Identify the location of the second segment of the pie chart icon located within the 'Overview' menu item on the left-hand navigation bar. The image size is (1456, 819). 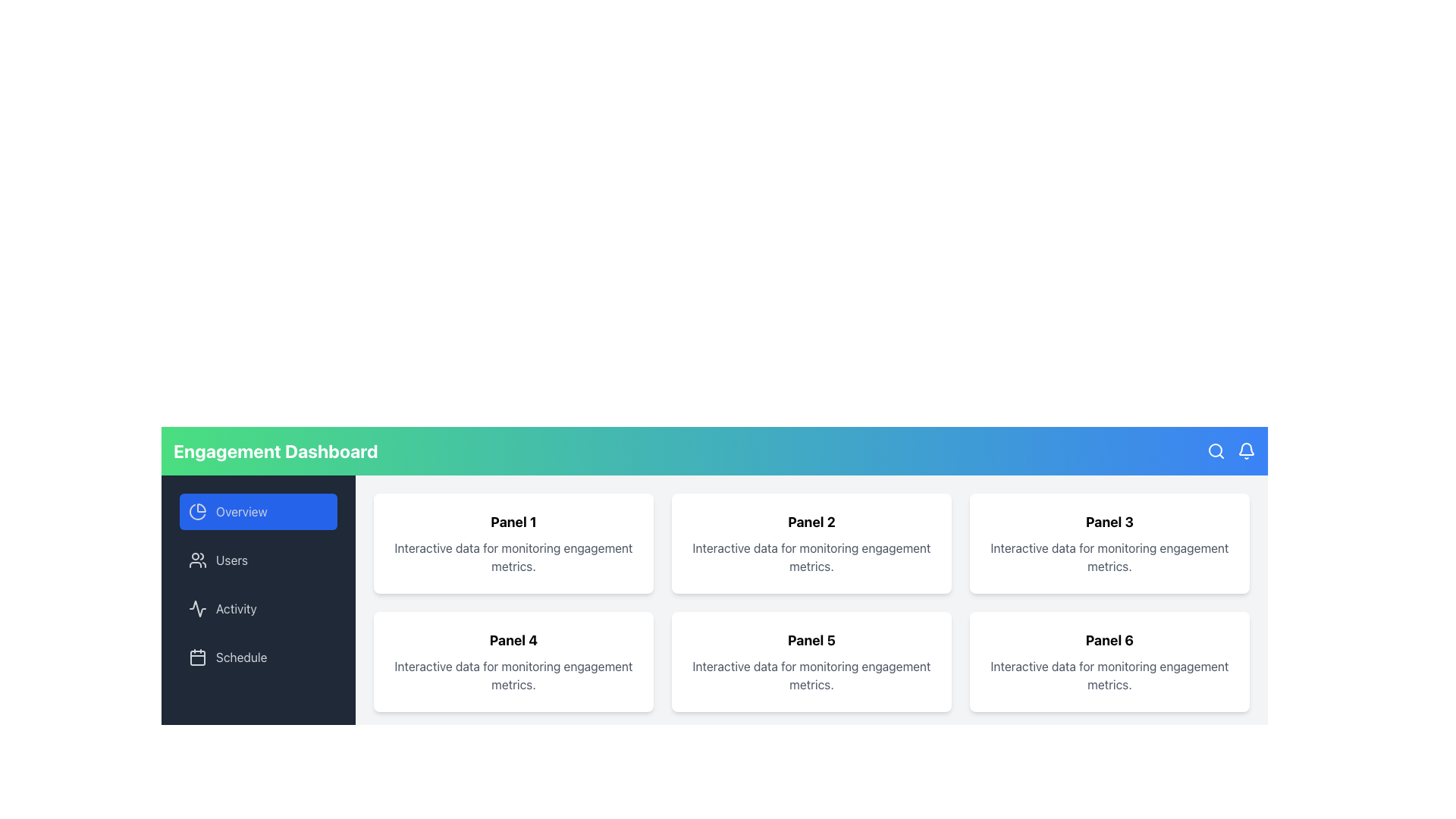
(196, 512).